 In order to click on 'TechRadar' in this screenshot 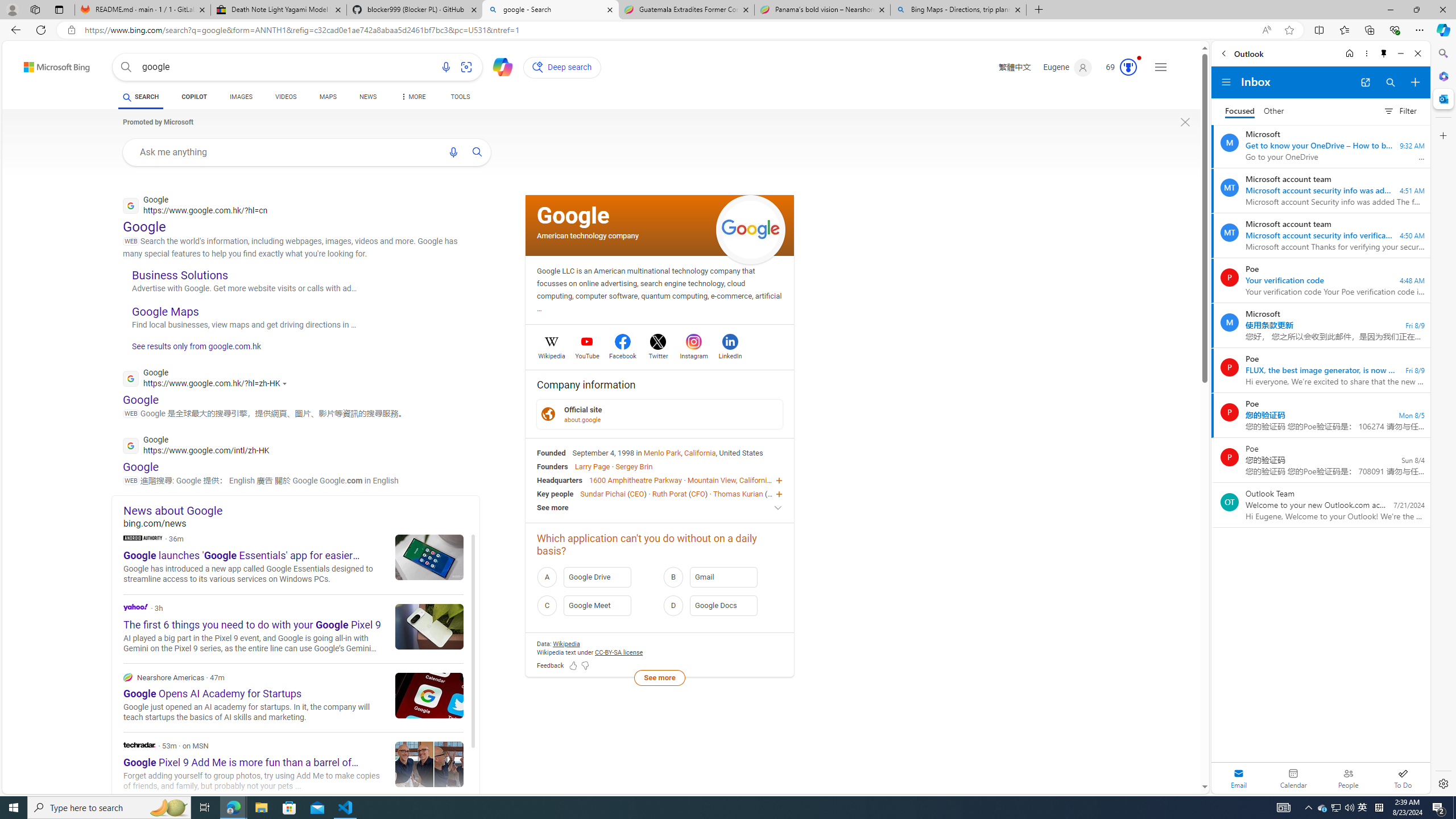, I will do `click(139, 744)`.